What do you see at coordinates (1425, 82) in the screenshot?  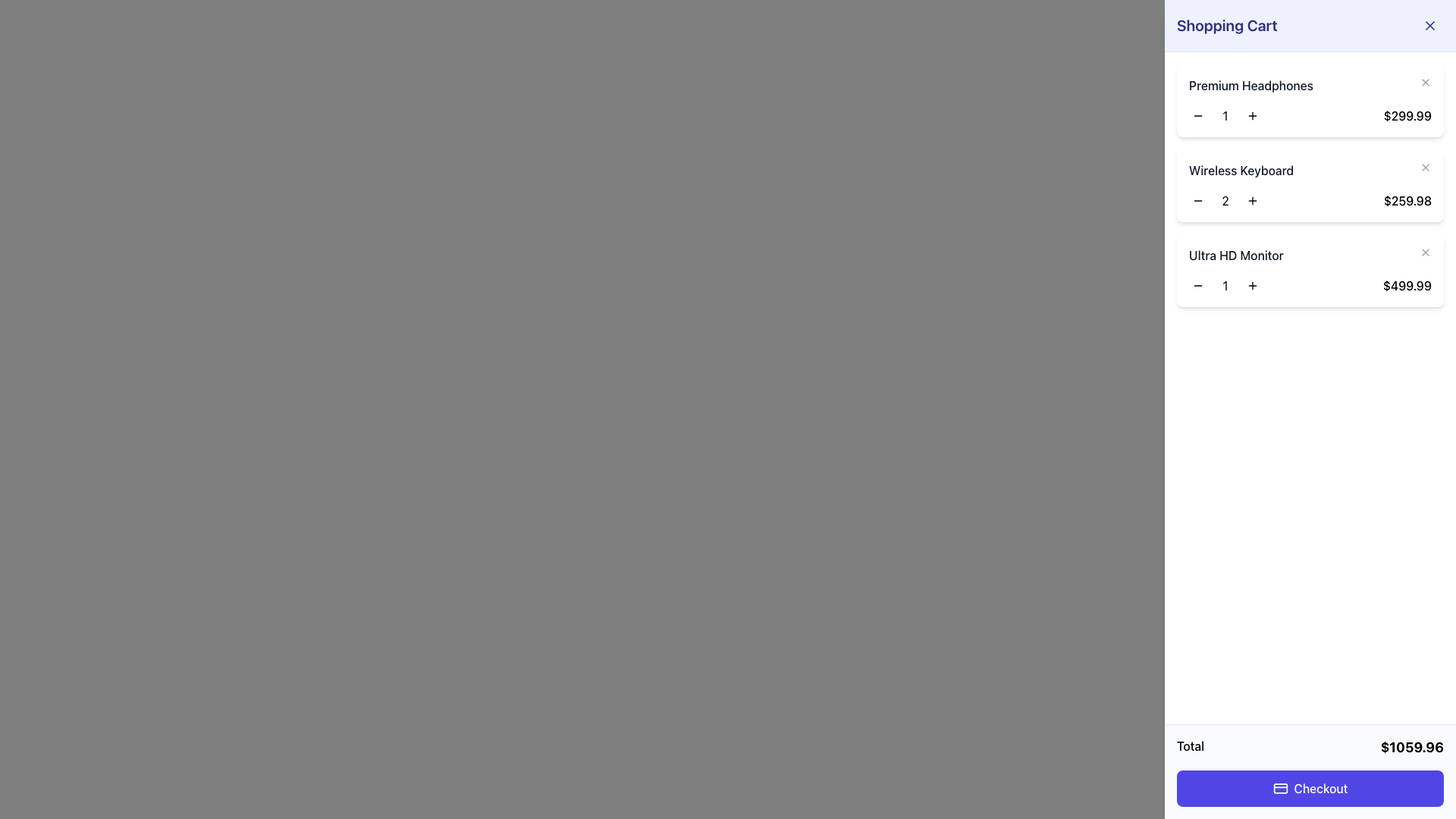 I see `the close (×) icon button located to the far right of 'Premium Headphones' in the shopping cart section to change its color to red` at bounding box center [1425, 82].